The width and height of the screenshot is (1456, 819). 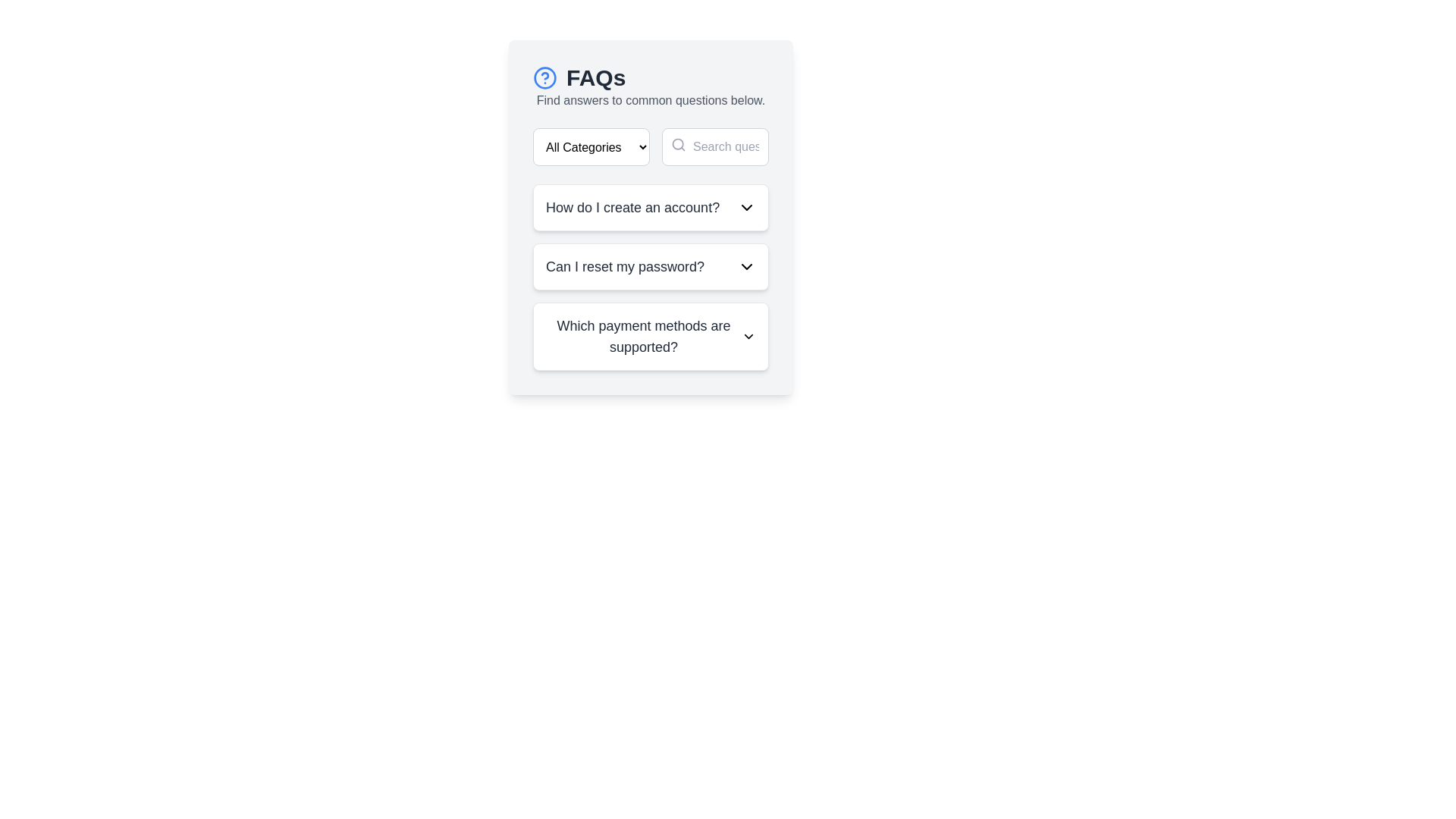 What do you see at coordinates (651, 207) in the screenshot?
I see `the 'How do I create an account?' question in the Expandable FAQ panel` at bounding box center [651, 207].